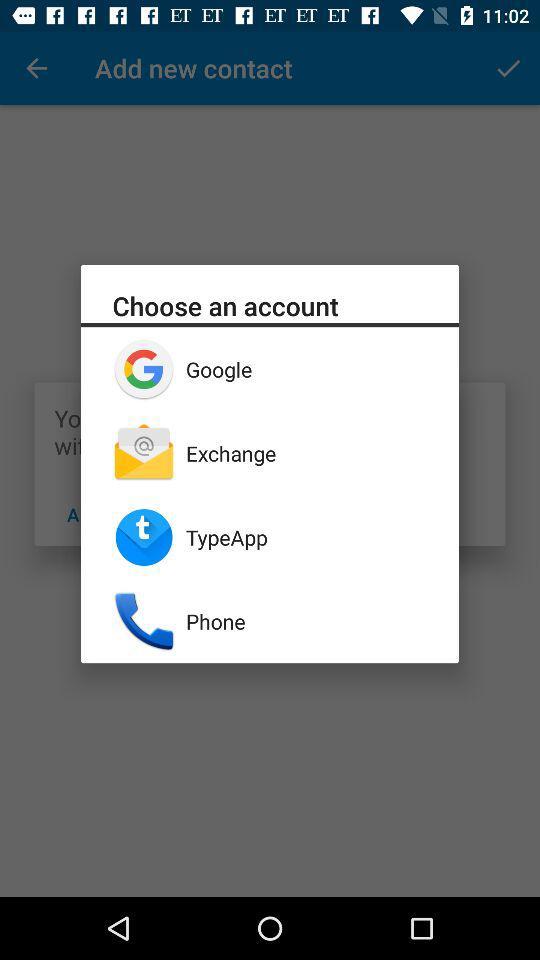 Image resolution: width=540 pixels, height=960 pixels. What do you see at coordinates (306, 368) in the screenshot?
I see `google app` at bounding box center [306, 368].